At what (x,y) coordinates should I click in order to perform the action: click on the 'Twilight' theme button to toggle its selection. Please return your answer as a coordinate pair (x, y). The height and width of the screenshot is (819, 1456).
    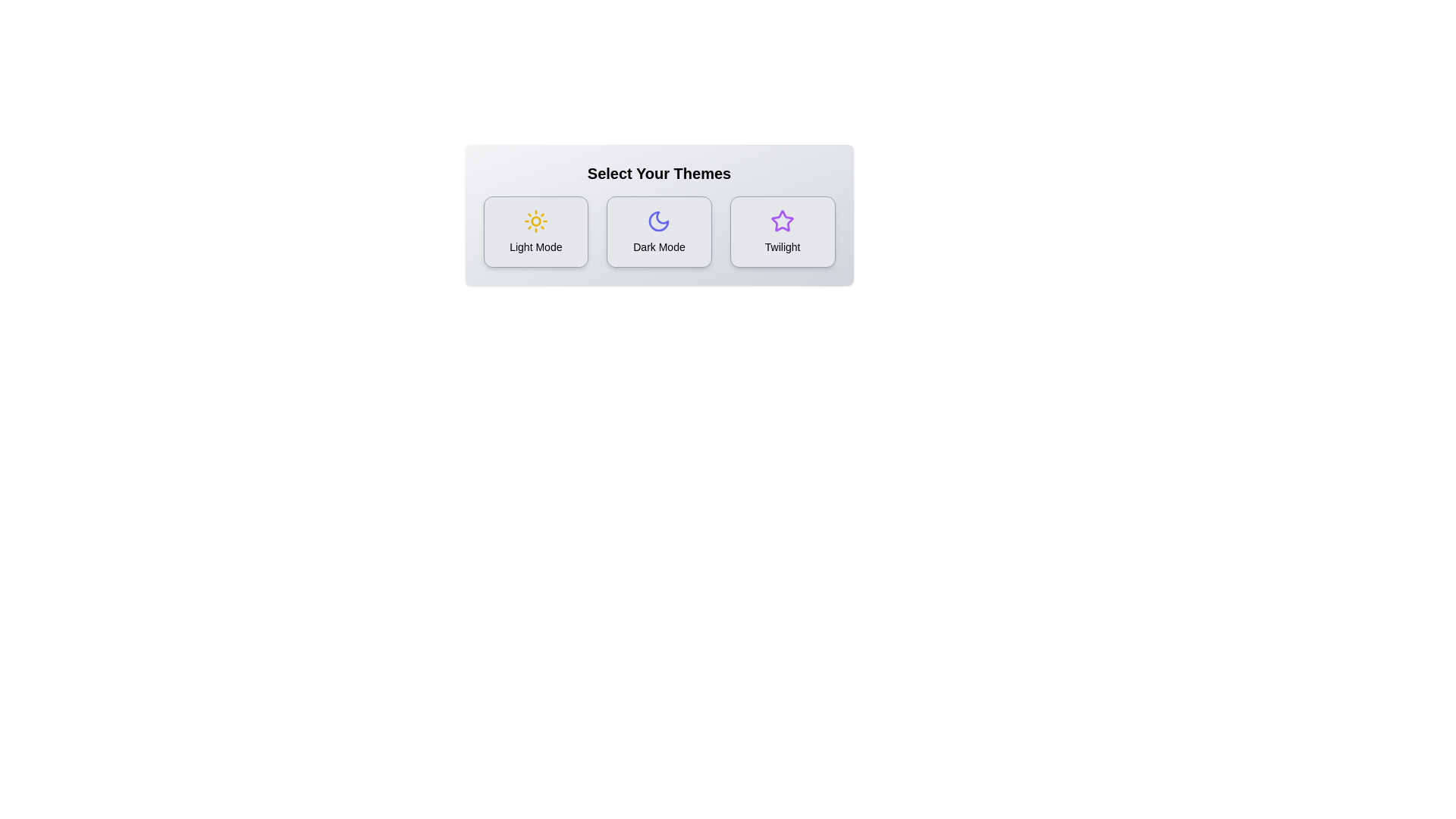
    Looking at the image, I should click on (783, 231).